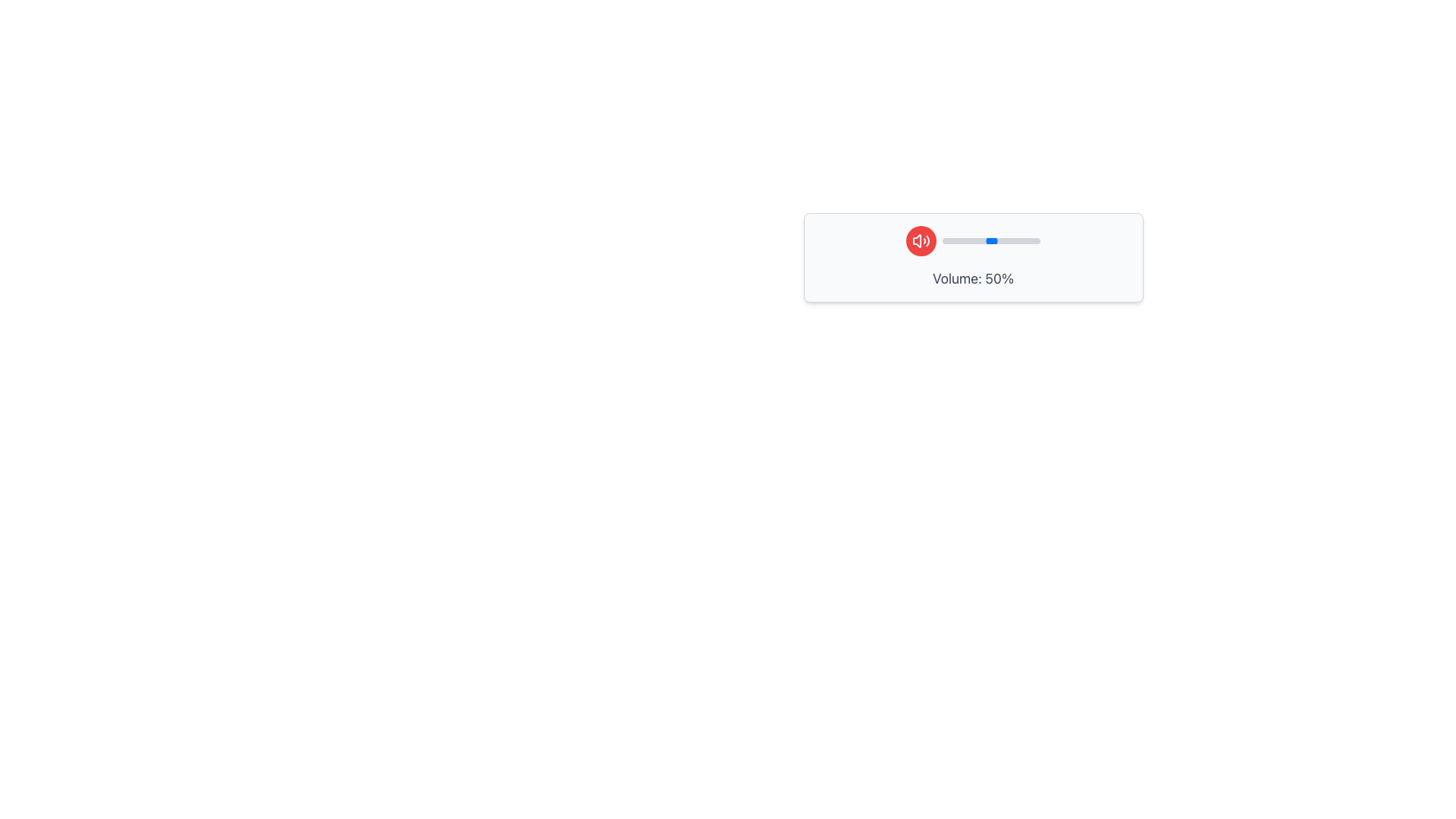 This screenshot has width=1456, height=819. What do you see at coordinates (960, 240) in the screenshot?
I see `volume` at bounding box center [960, 240].